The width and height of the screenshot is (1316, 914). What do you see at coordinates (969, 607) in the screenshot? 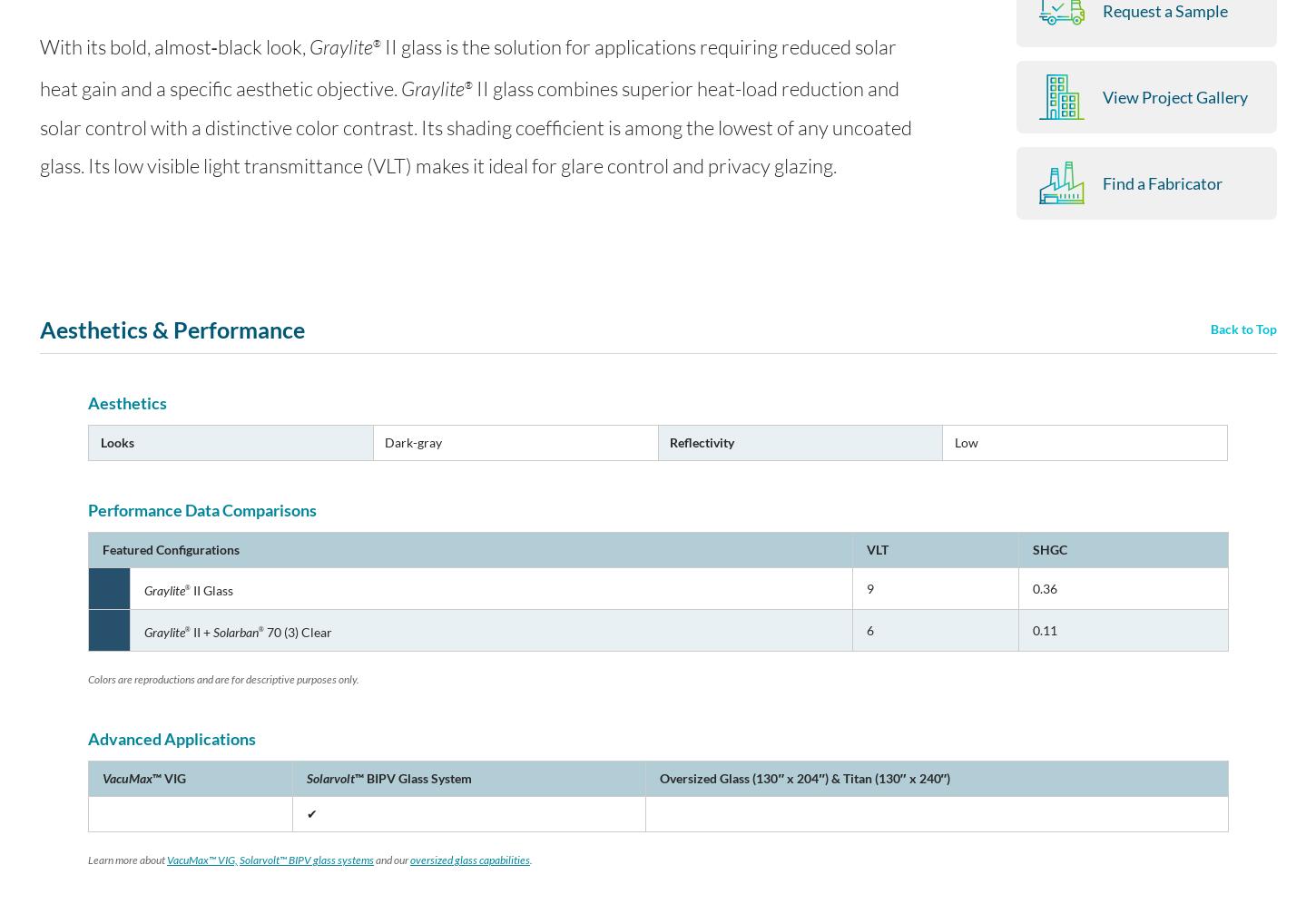
I see `'Find Yours'` at bounding box center [969, 607].